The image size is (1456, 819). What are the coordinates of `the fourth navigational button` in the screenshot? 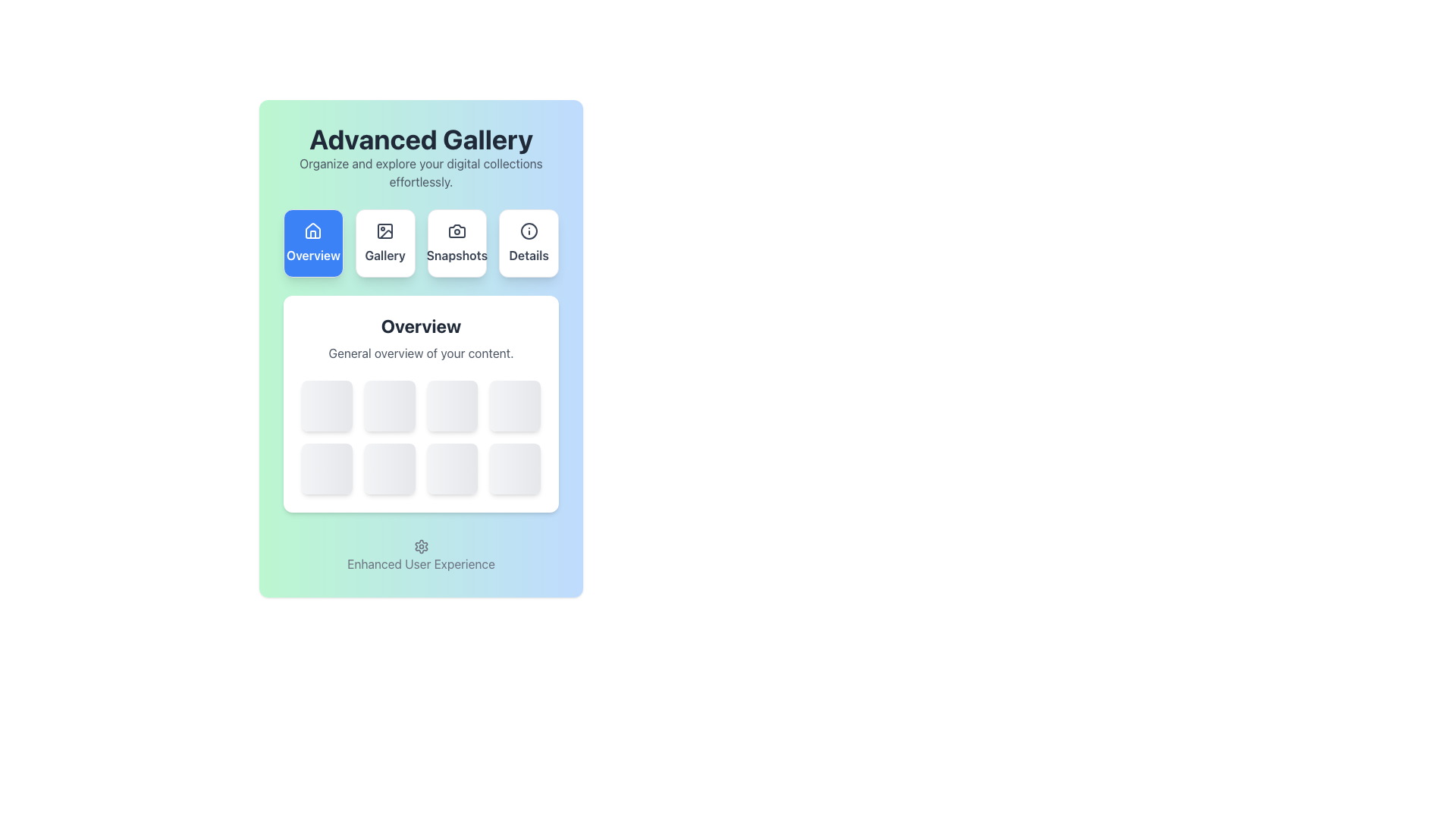 It's located at (529, 242).